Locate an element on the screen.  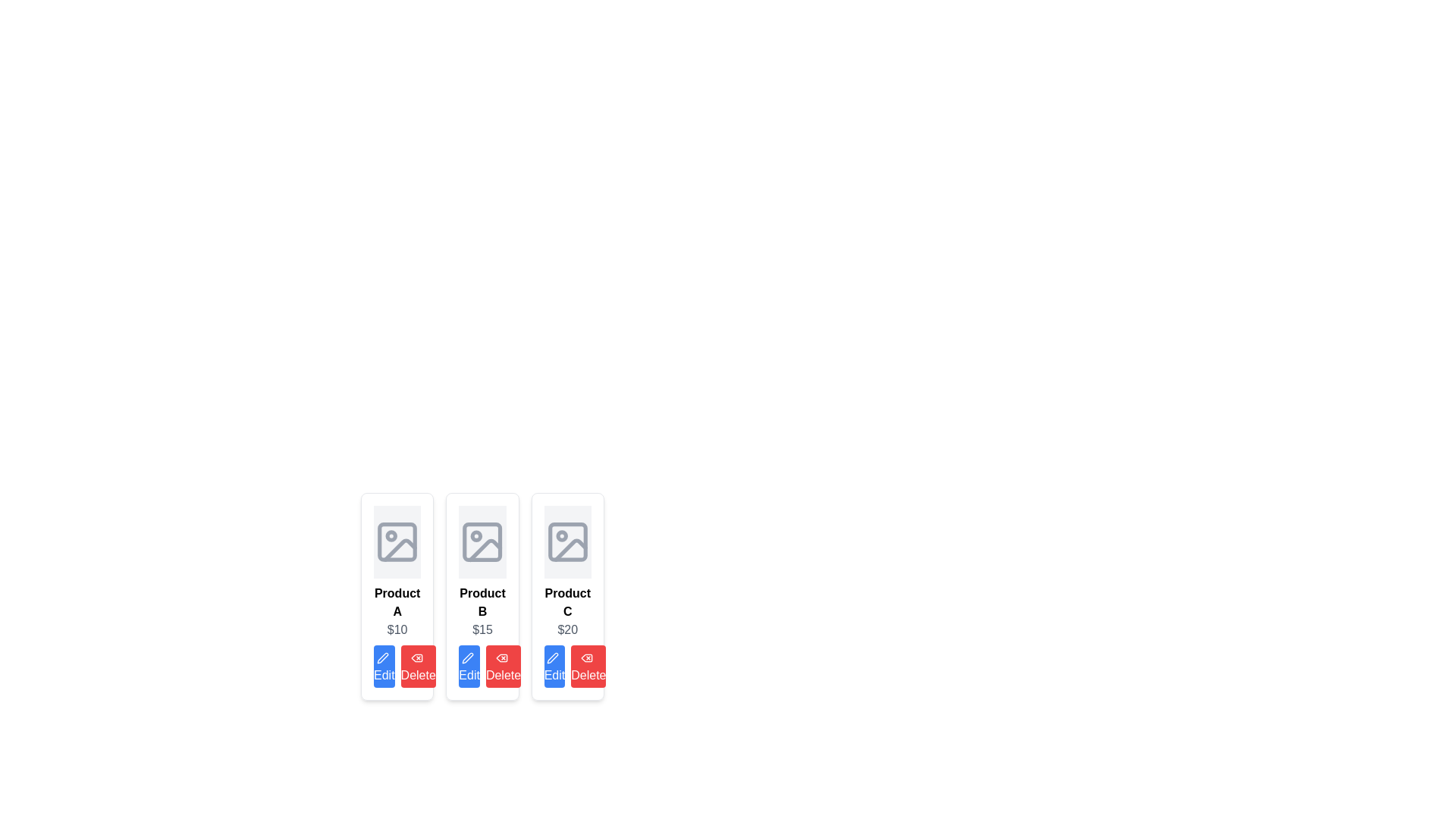
the delete button located at the bottom right of the product card is located at coordinates (418, 666).